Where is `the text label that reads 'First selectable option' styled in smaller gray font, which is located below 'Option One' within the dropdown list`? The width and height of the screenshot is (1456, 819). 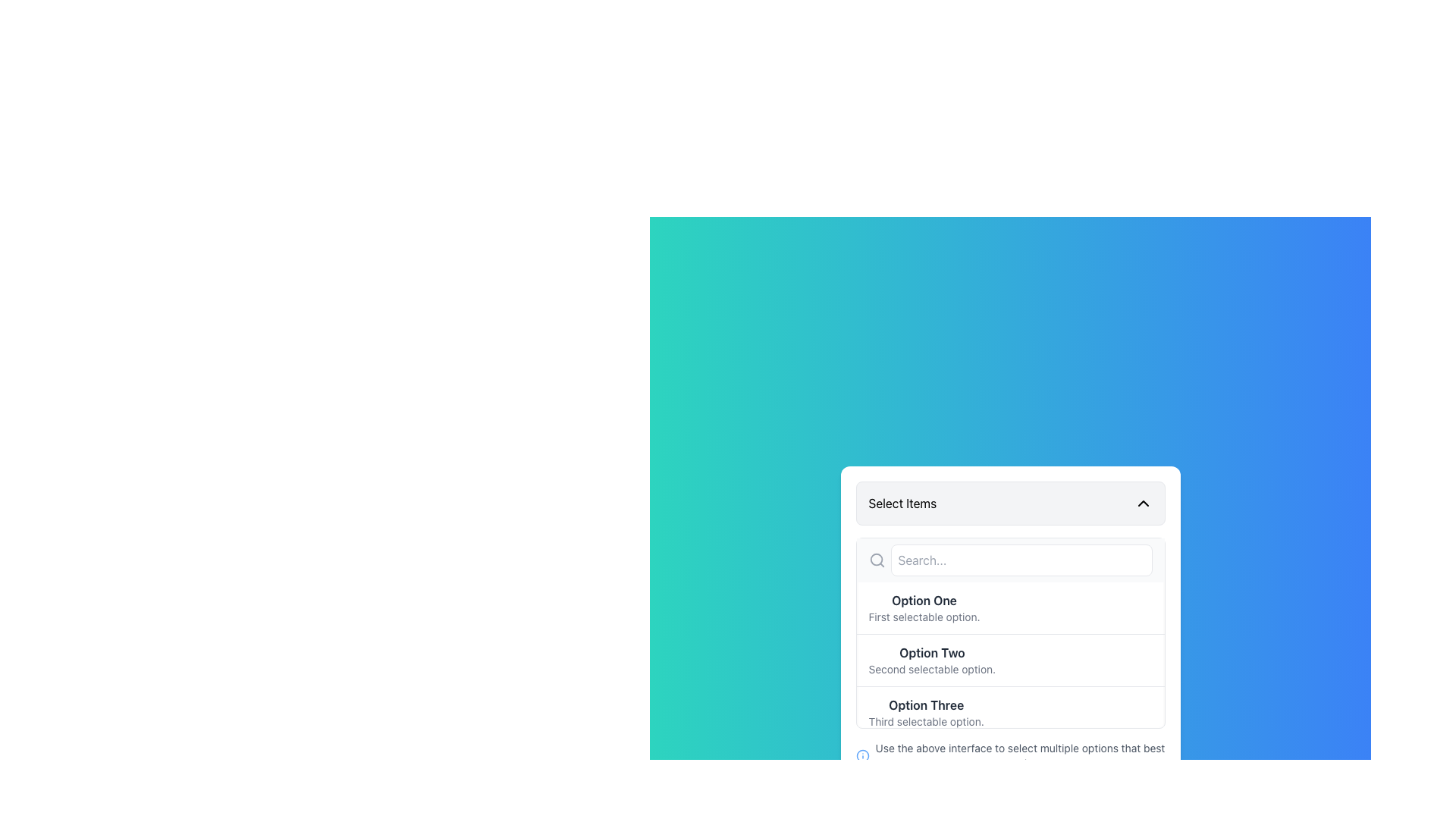
the text label that reads 'First selectable option' styled in smaller gray font, which is located below 'Option One' within the dropdown list is located at coordinates (924, 617).